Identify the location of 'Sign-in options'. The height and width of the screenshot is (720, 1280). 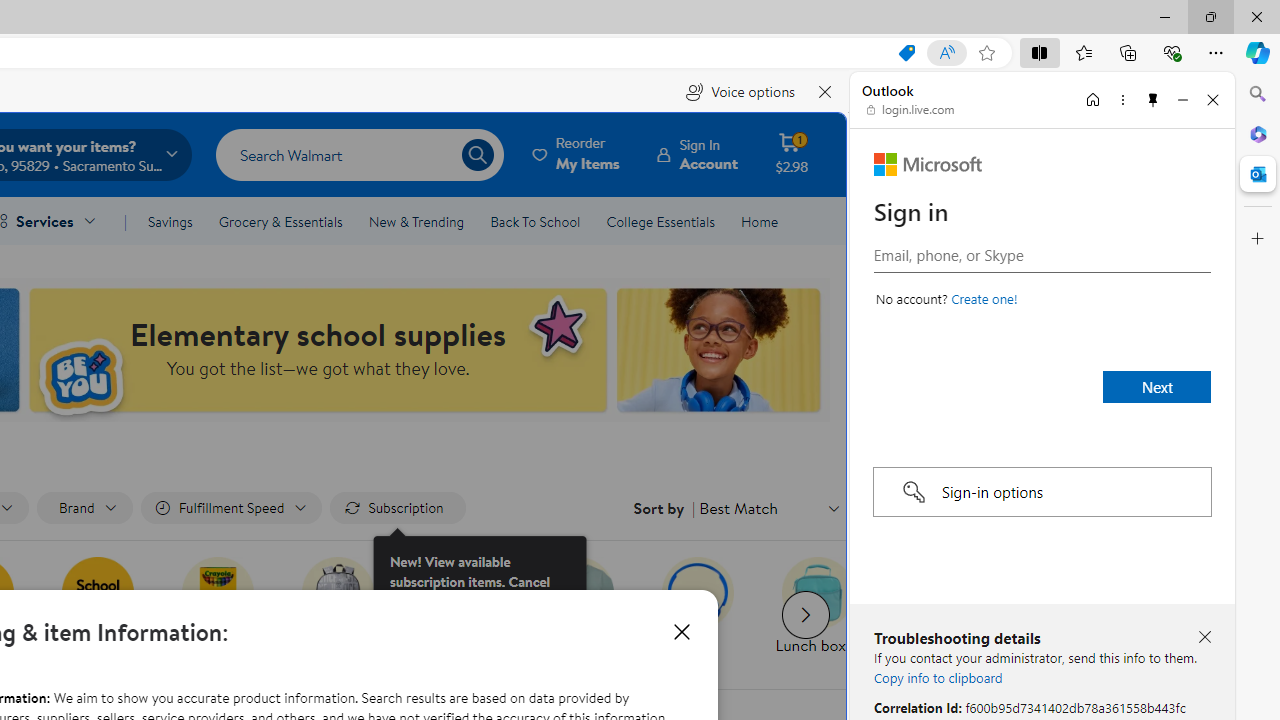
(1041, 492).